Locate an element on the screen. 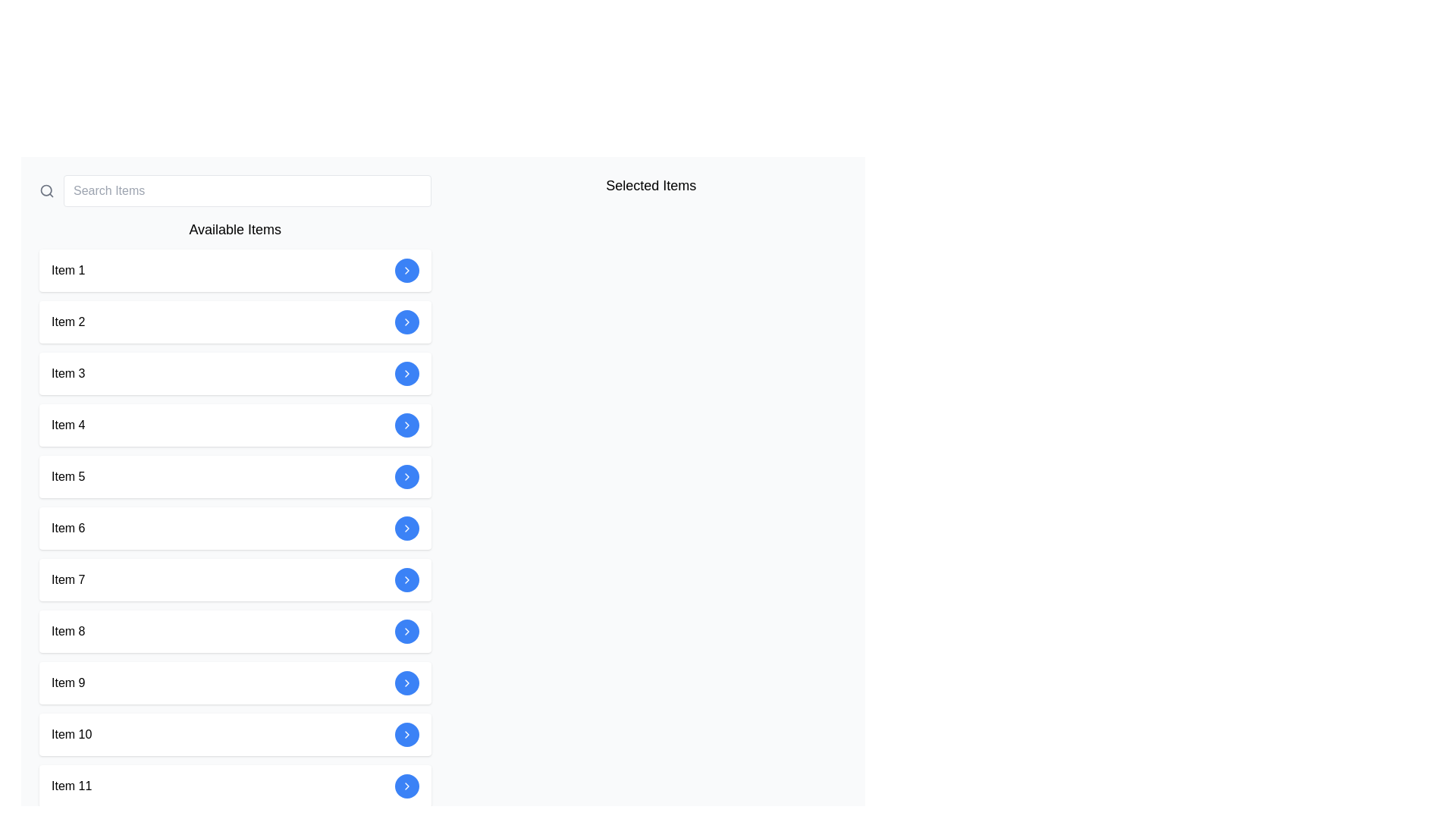 The width and height of the screenshot is (1456, 819). the arrow icon styled as a chevron pointing right, which is part of the button associated with 'Item 7' in the 'Available Items' list for visual feedback is located at coordinates (406, 579).